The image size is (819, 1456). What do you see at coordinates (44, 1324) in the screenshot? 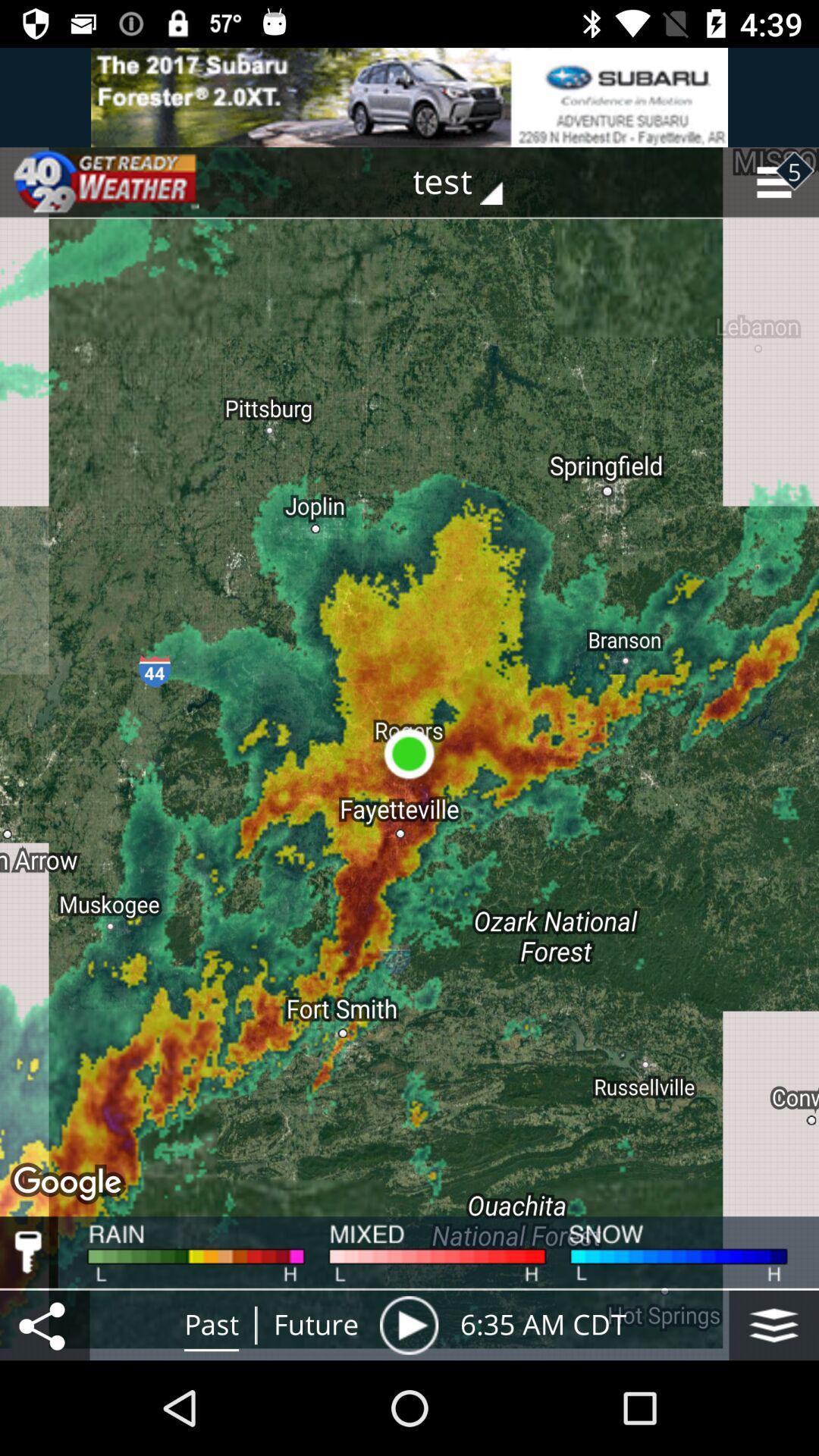
I see `the share icon` at bounding box center [44, 1324].